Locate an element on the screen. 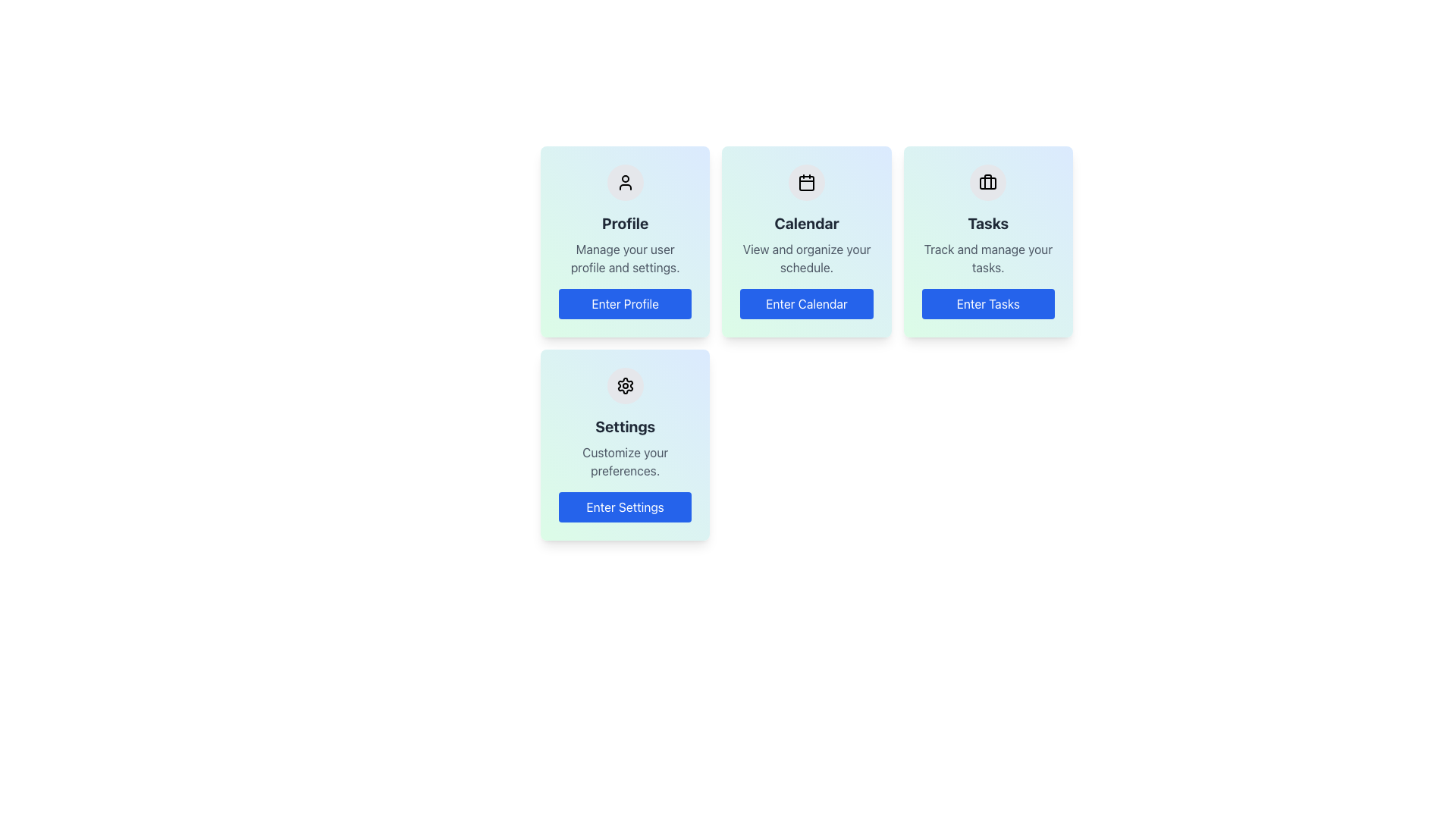 This screenshot has height=819, width=1456. the fourth card in the grid layout that provides access to the Settings feature is located at coordinates (625, 444).